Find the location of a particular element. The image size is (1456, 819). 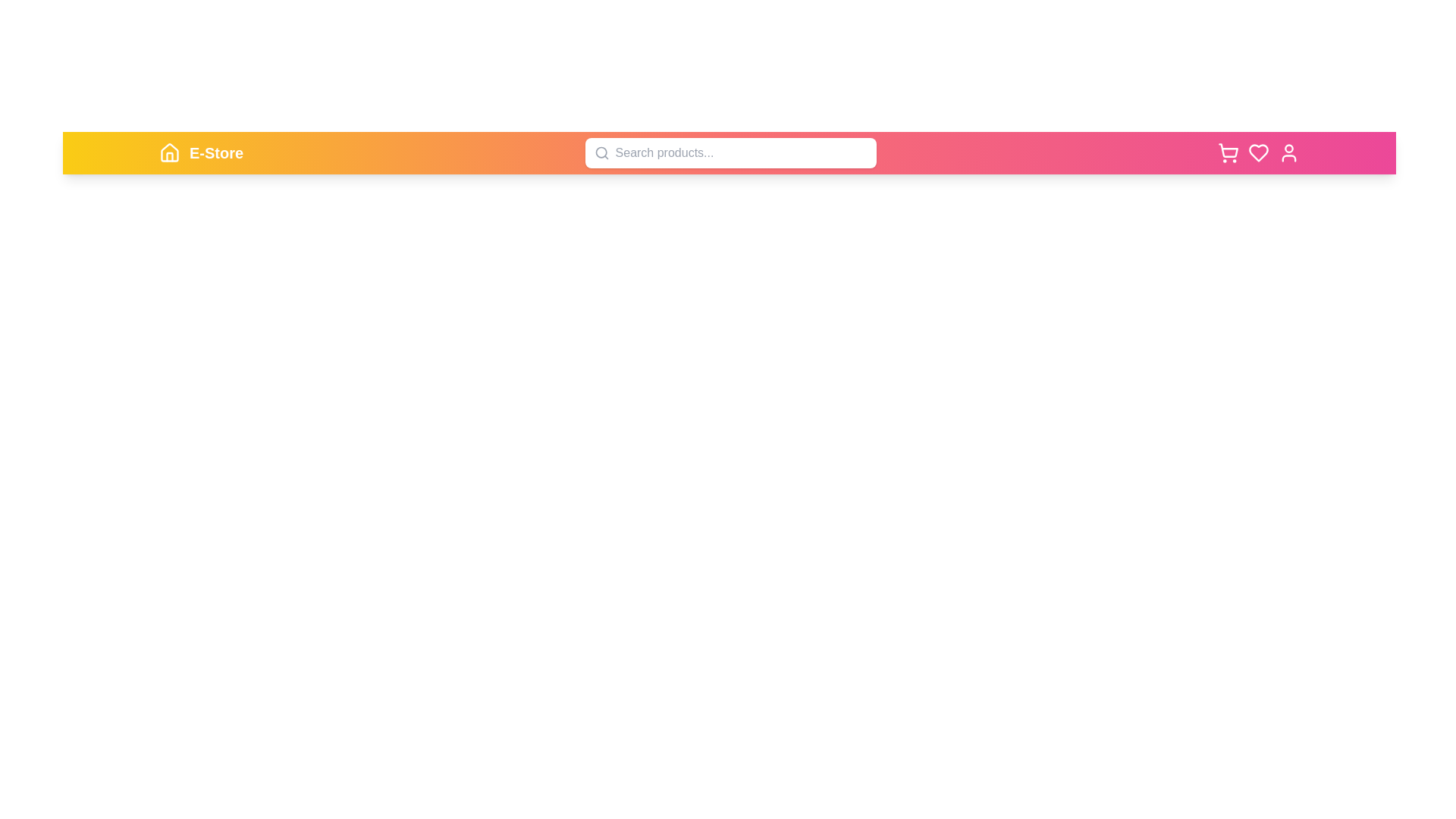

the shopping cart icon to observe its hover effect is located at coordinates (1228, 152).